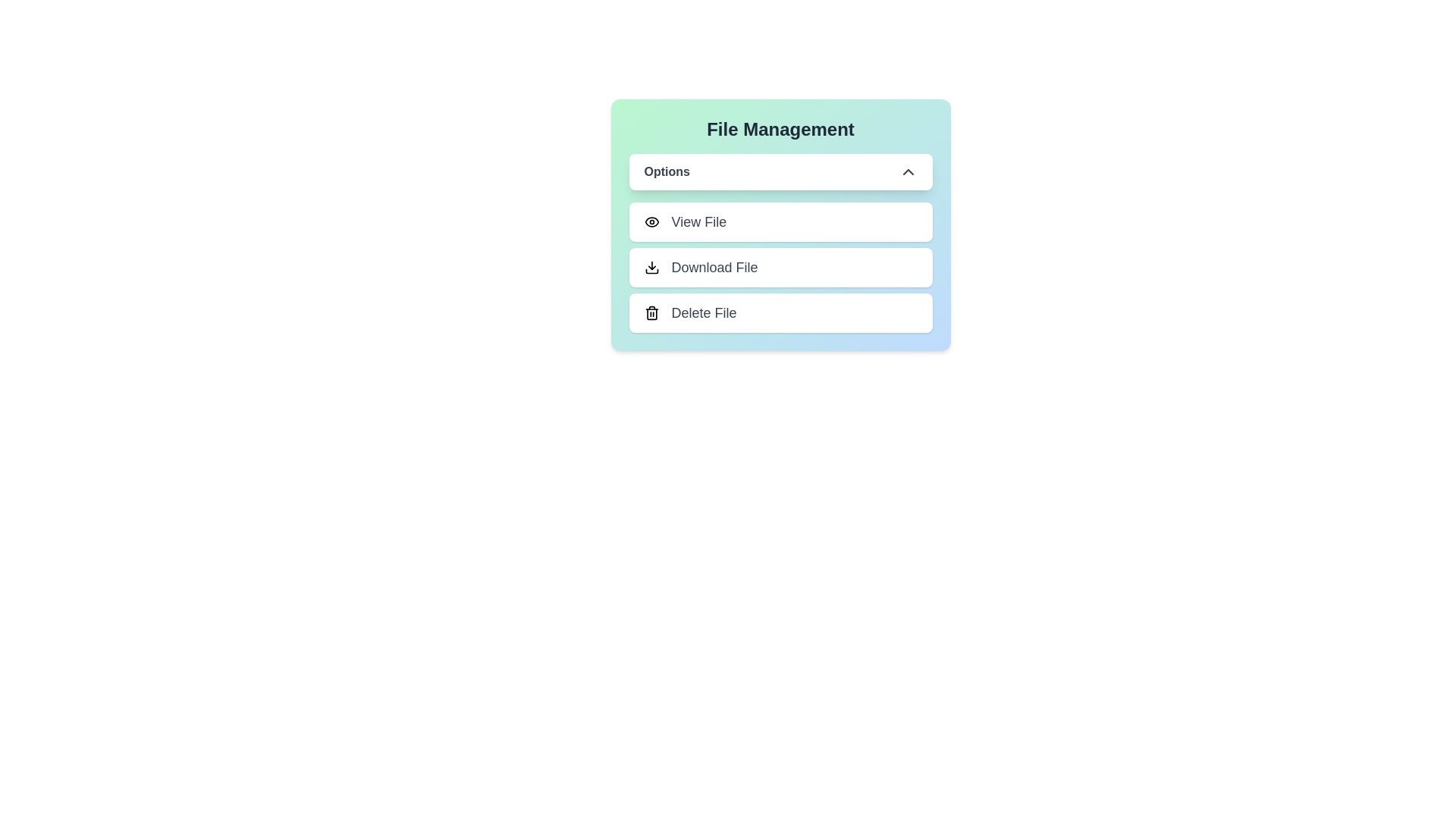  What do you see at coordinates (780, 267) in the screenshot?
I see `the menu option Download File by clicking on it` at bounding box center [780, 267].